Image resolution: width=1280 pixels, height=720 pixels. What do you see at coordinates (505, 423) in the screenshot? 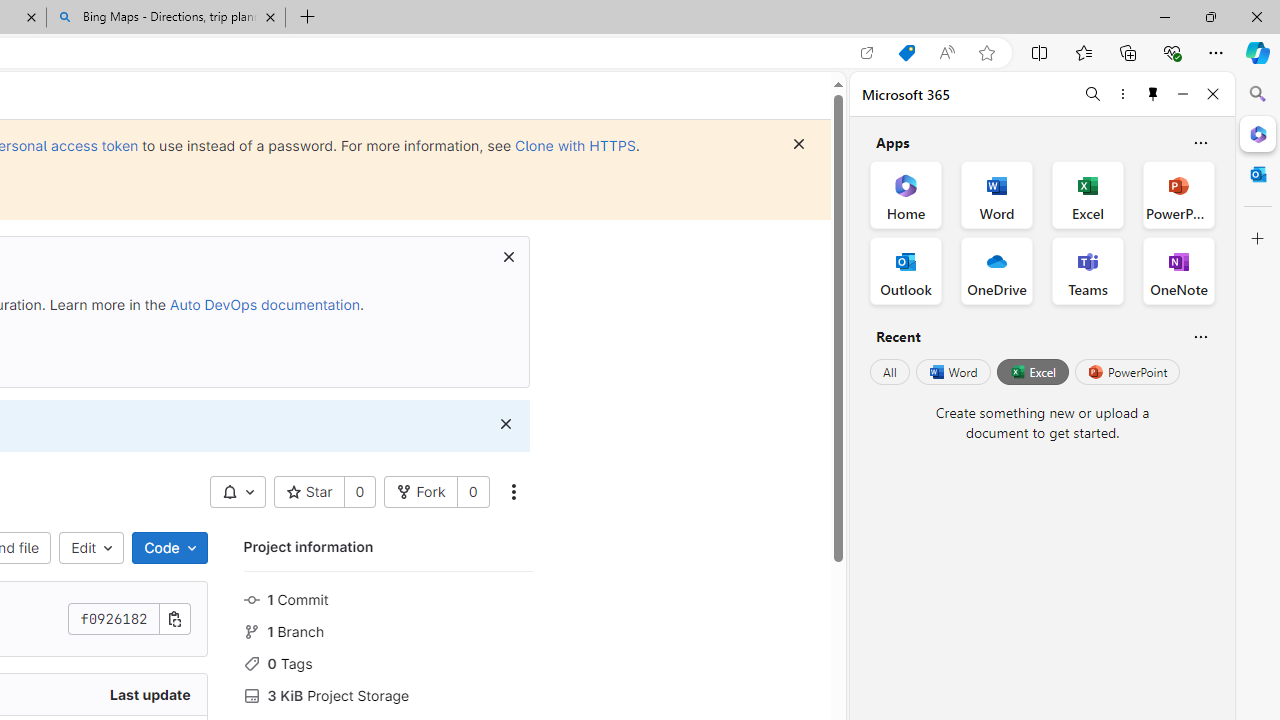
I see `'Class: s16 gl-icon gl-button-icon '` at bounding box center [505, 423].